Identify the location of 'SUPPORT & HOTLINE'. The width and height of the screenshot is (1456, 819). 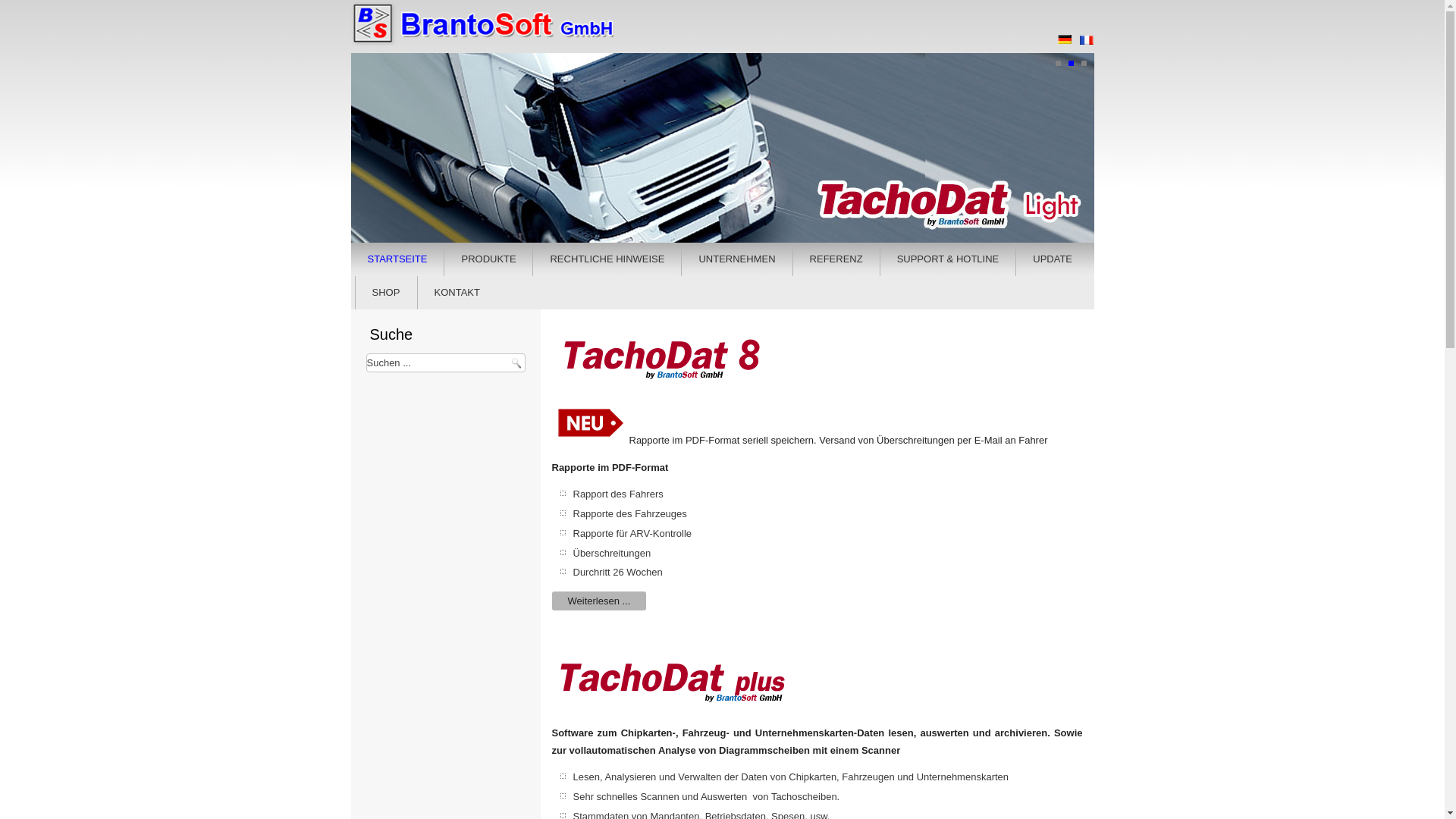
(947, 259).